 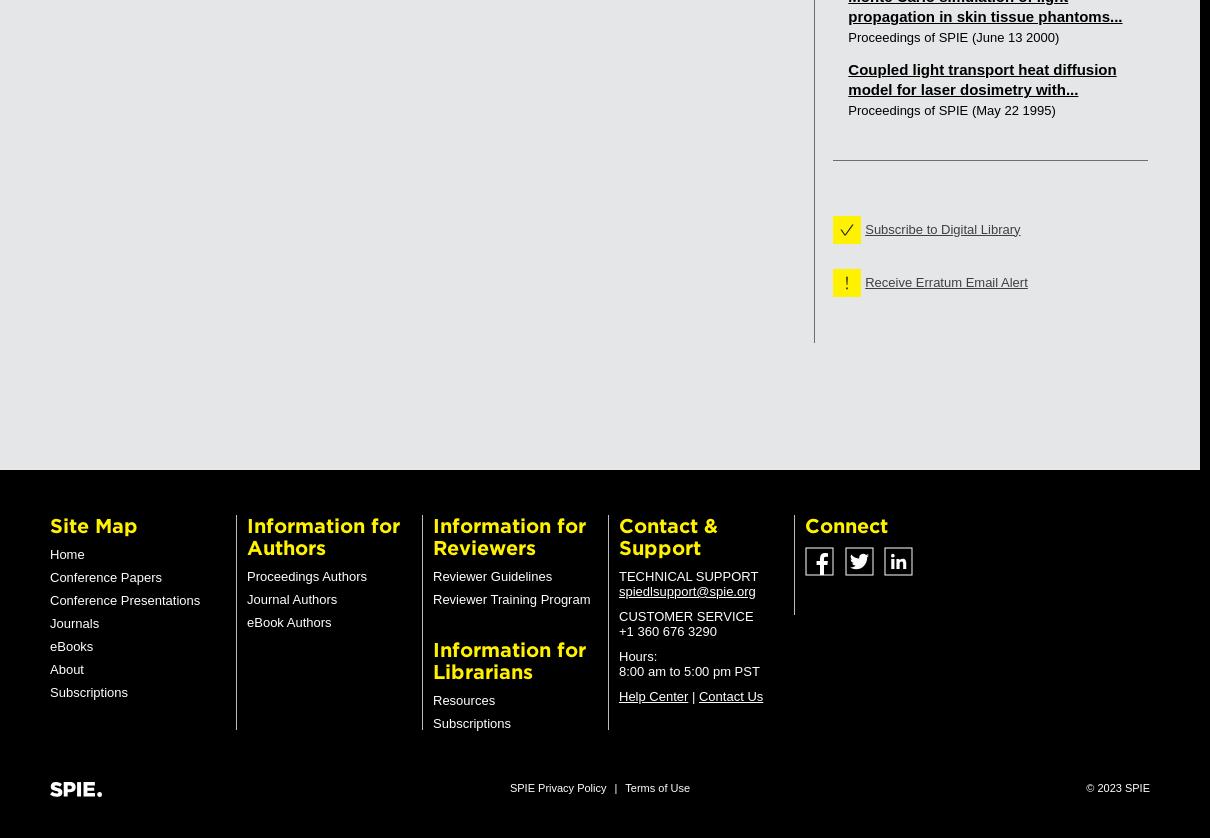 I want to click on 'eBook Authors', so click(x=287, y=622).